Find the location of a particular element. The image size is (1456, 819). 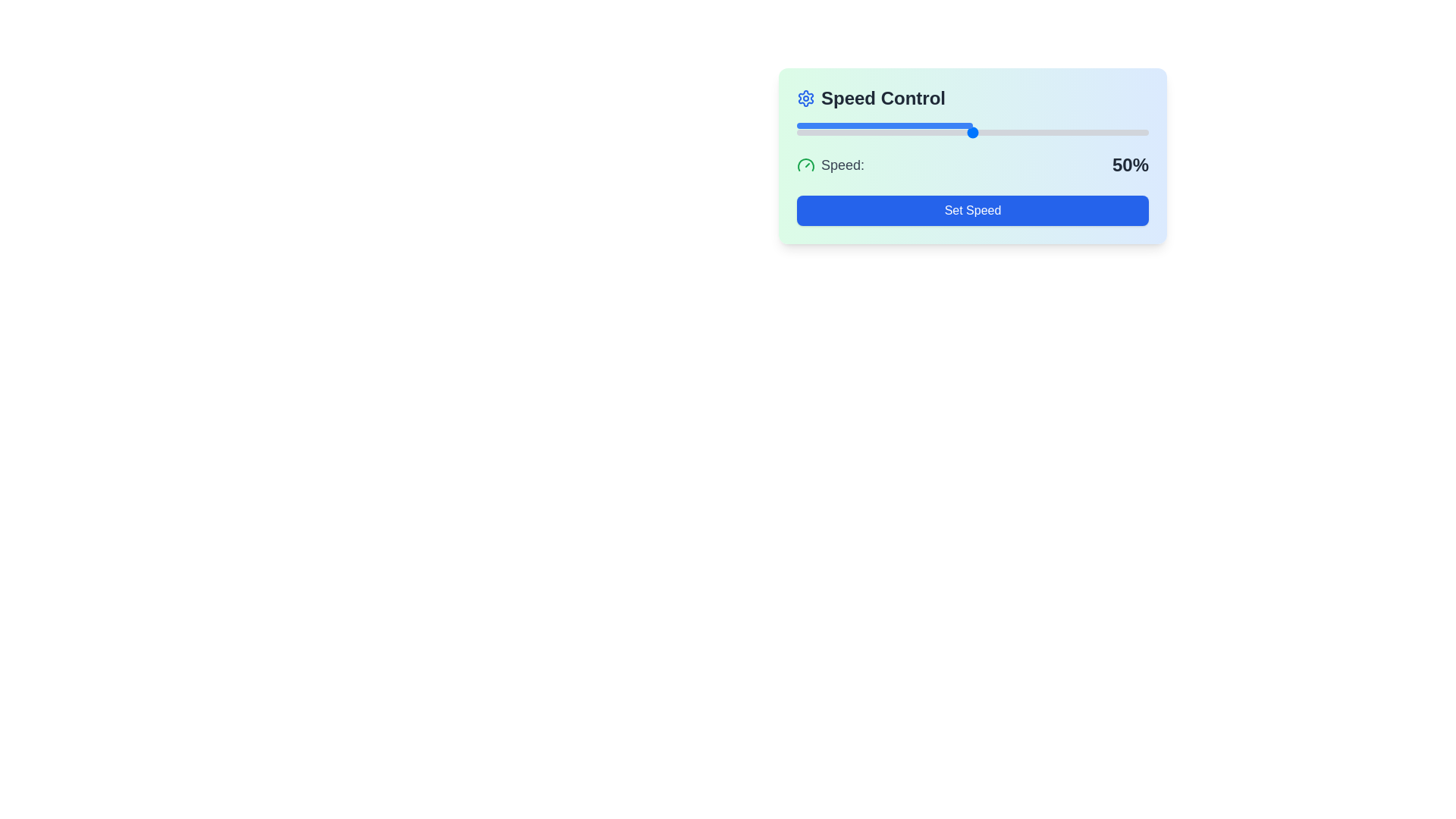

the slider is located at coordinates (1031, 131).